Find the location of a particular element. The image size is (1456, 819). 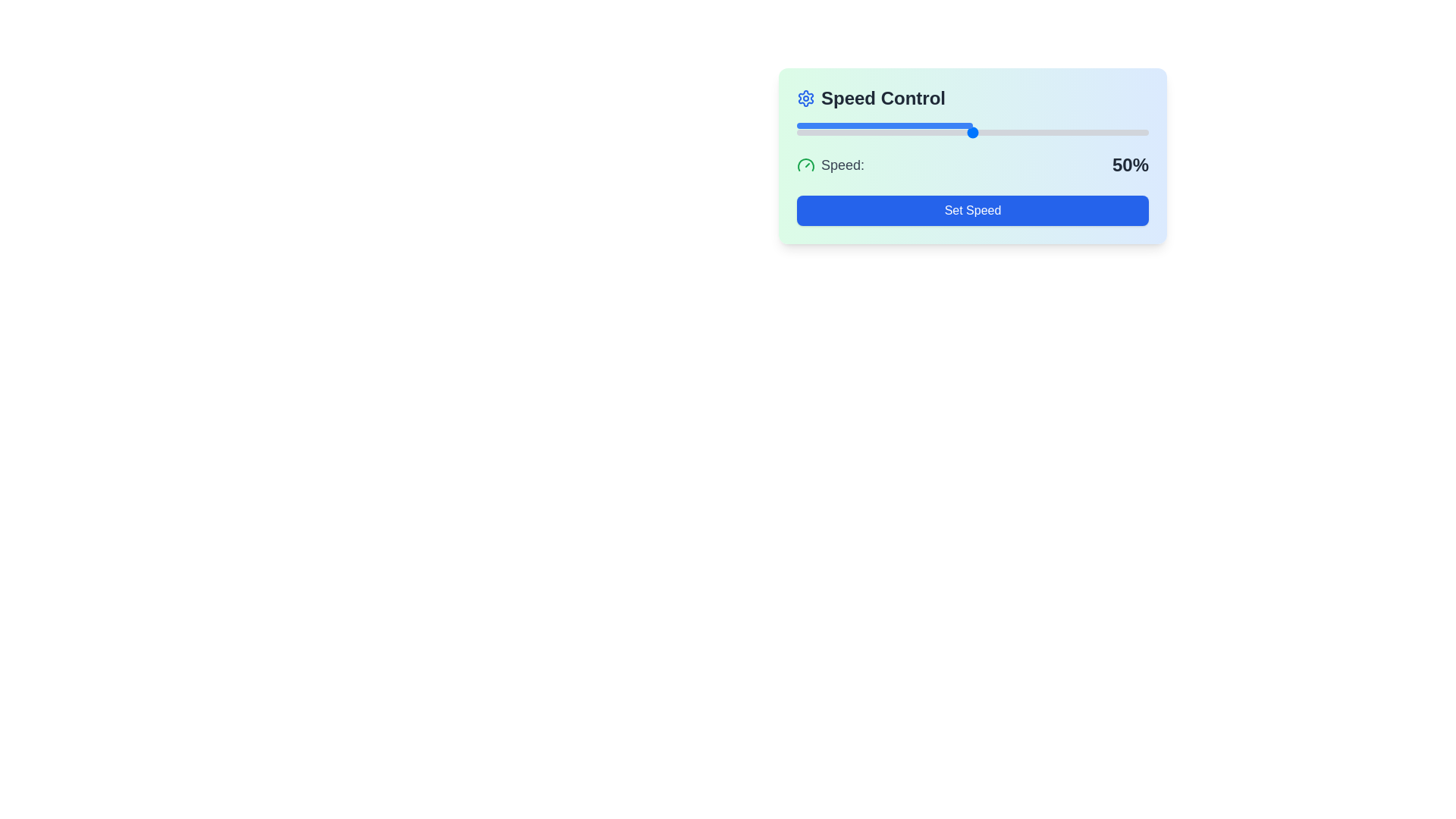

the slider is located at coordinates (1031, 131).